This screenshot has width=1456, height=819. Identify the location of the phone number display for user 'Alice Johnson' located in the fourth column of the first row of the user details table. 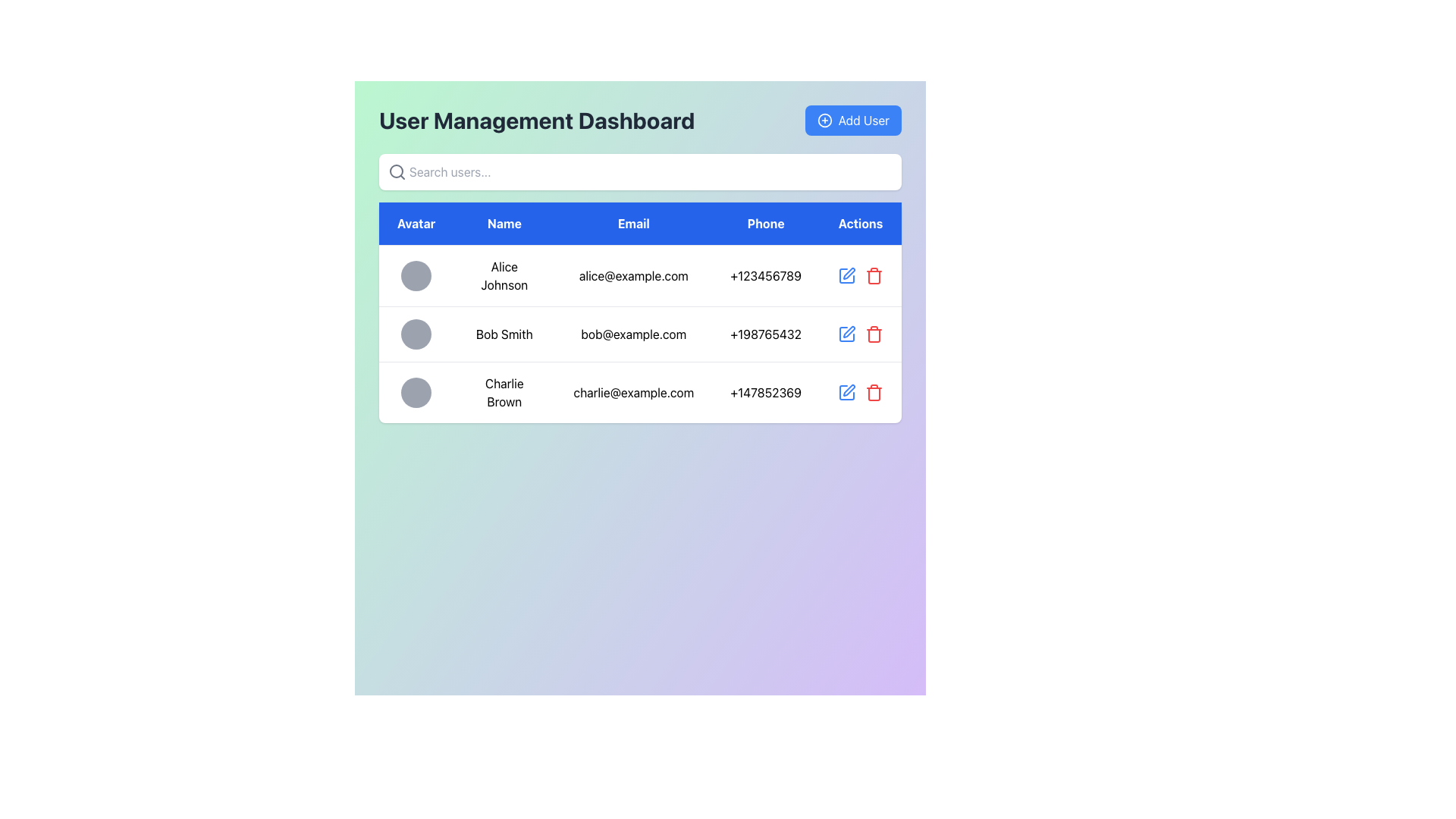
(766, 275).